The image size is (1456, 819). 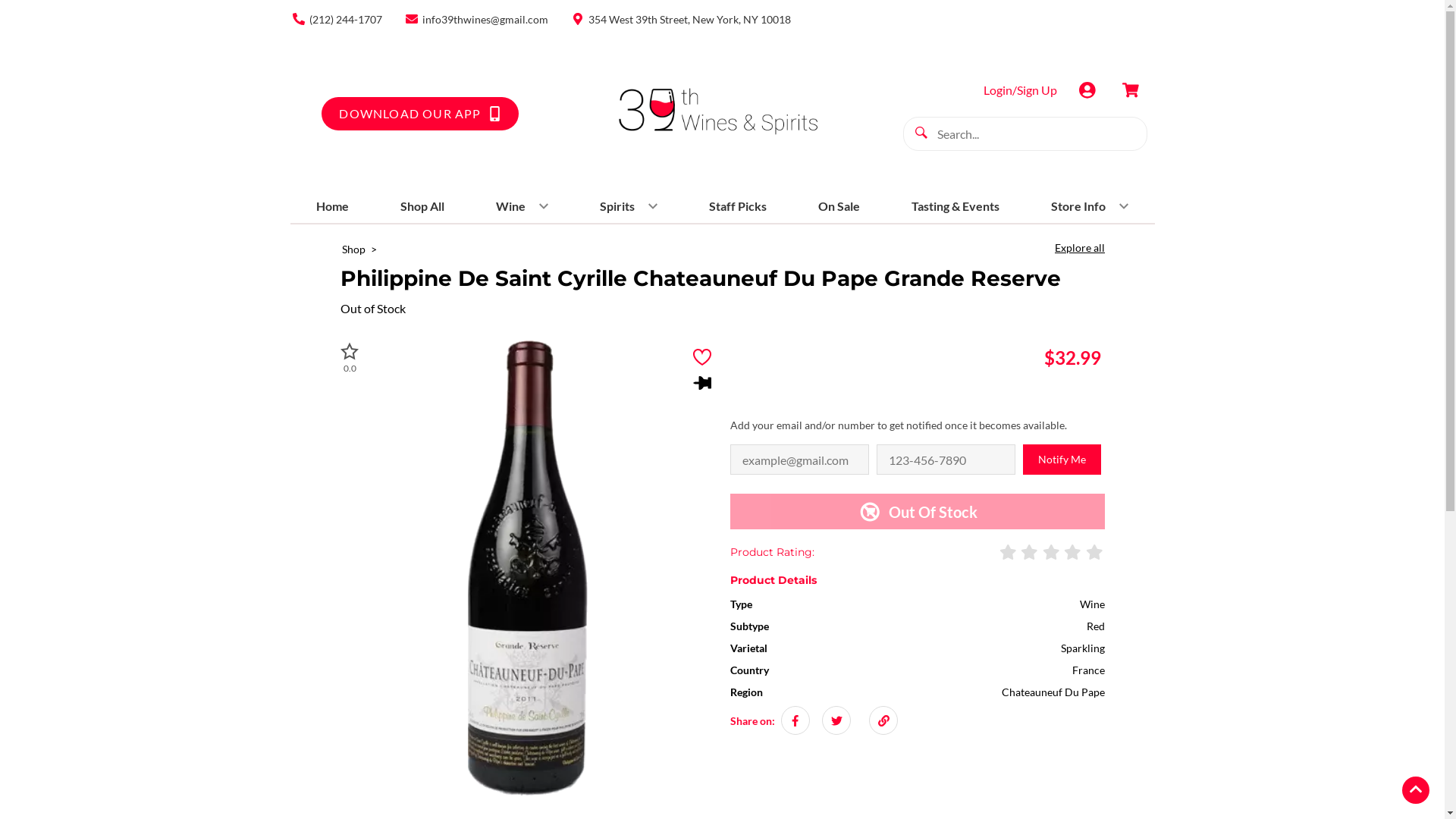 What do you see at coordinates (394, 206) in the screenshot?
I see `'Shop All'` at bounding box center [394, 206].